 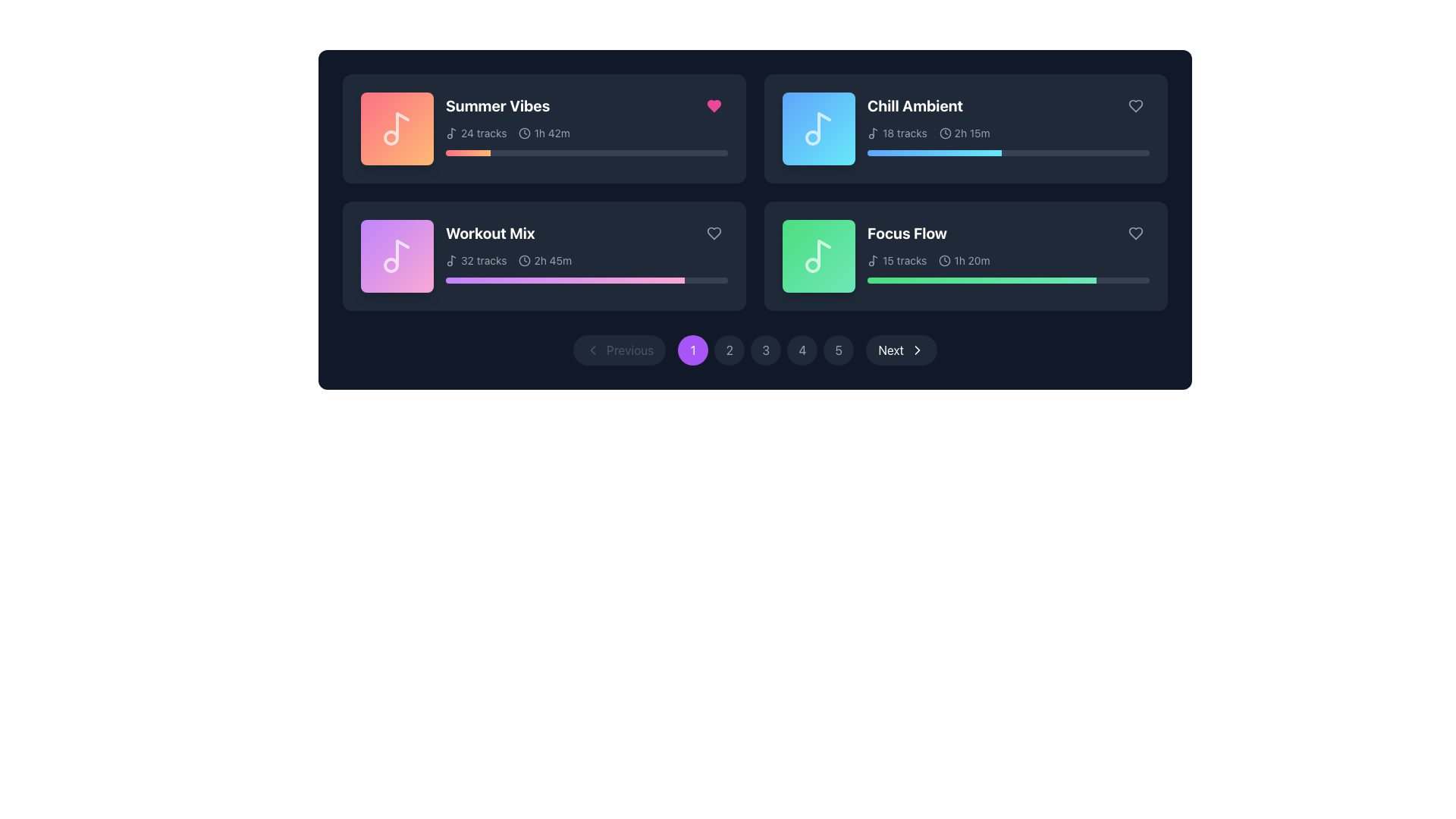 What do you see at coordinates (713, 105) in the screenshot?
I see `the heart-shaped pink icon located in the top-right corner of the 'Summer Vibes' card` at bounding box center [713, 105].